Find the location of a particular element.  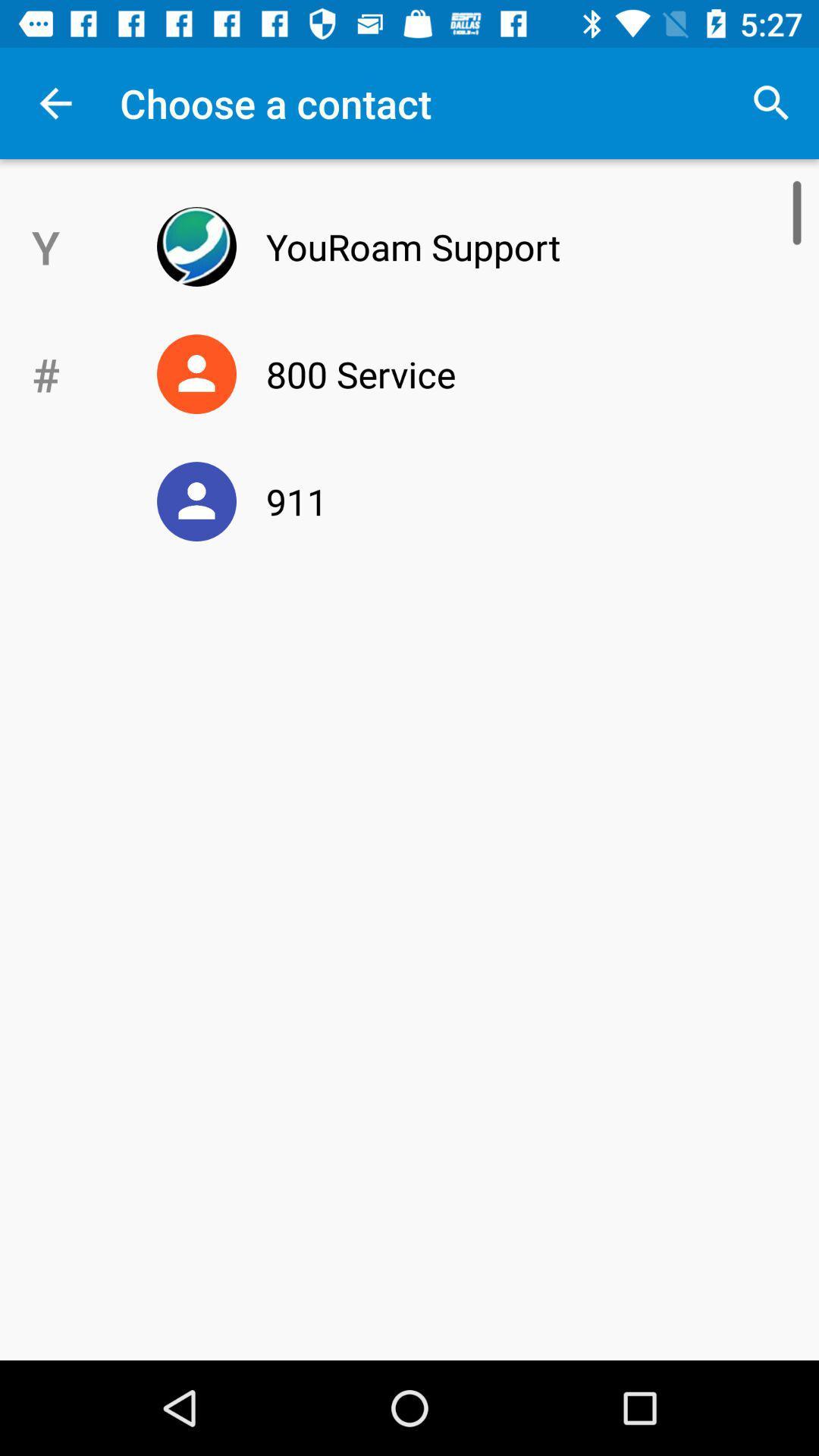

the item above youroam support icon is located at coordinates (771, 102).